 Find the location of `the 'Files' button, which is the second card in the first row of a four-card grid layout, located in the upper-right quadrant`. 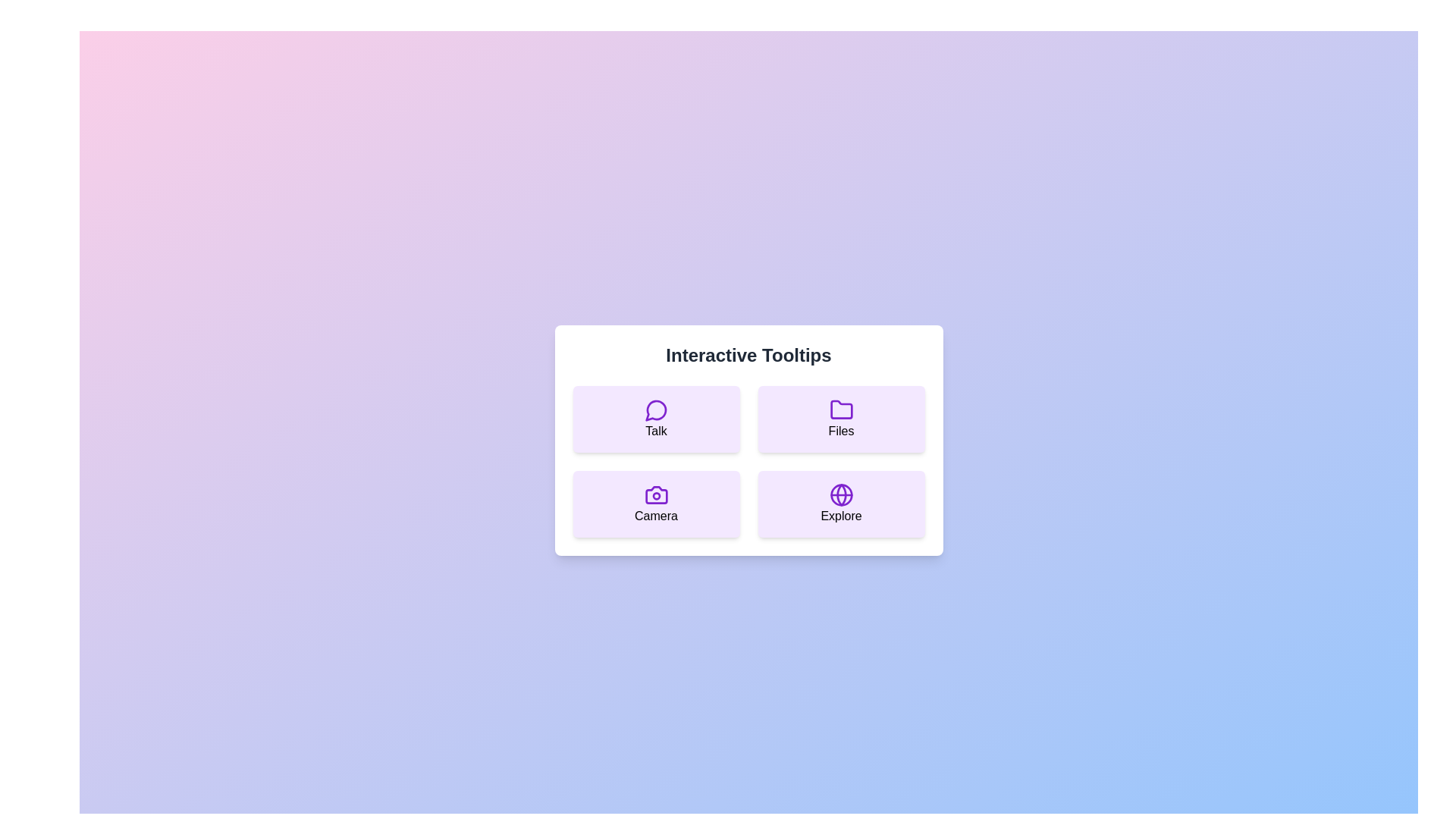

the 'Files' button, which is the second card in the first row of a four-card grid layout, located in the upper-right quadrant is located at coordinates (840, 419).